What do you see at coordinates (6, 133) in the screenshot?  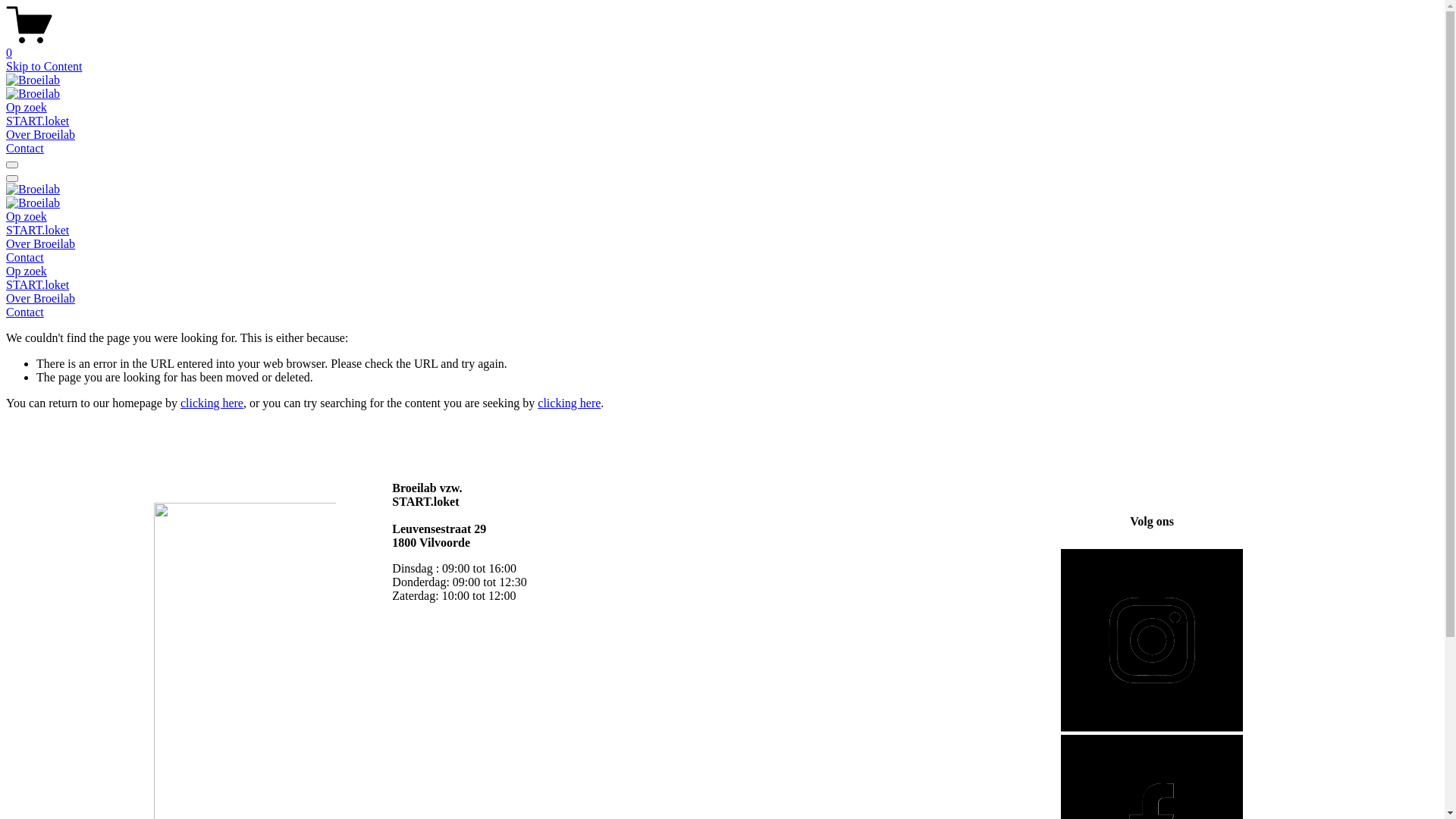 I see `'Over Broeilab'` at bounding box center [6, 133].